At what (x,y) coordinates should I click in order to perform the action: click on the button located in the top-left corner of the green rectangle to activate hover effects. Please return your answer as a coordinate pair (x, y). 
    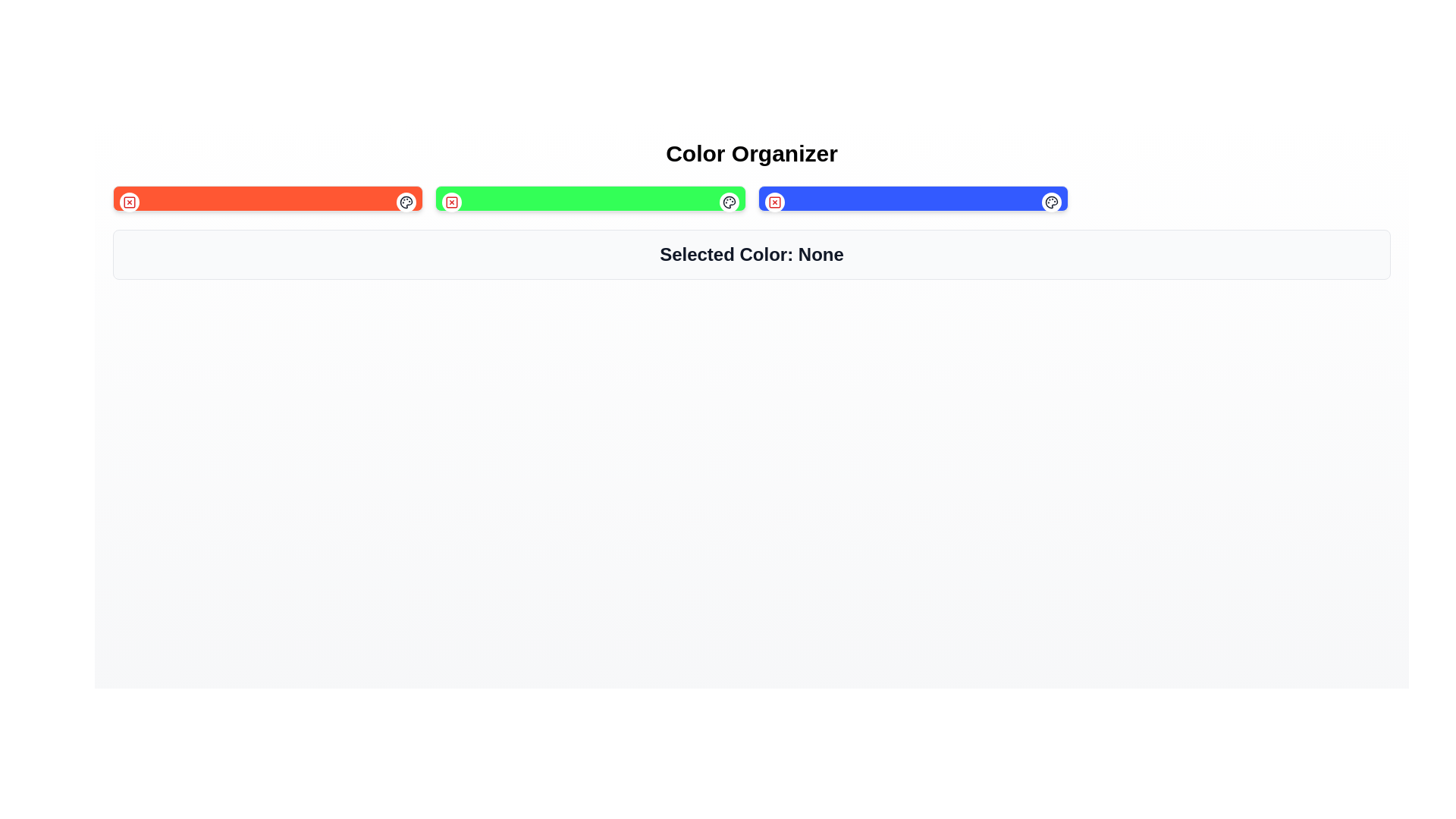
    Looking at the image, I should click on (451, 201).